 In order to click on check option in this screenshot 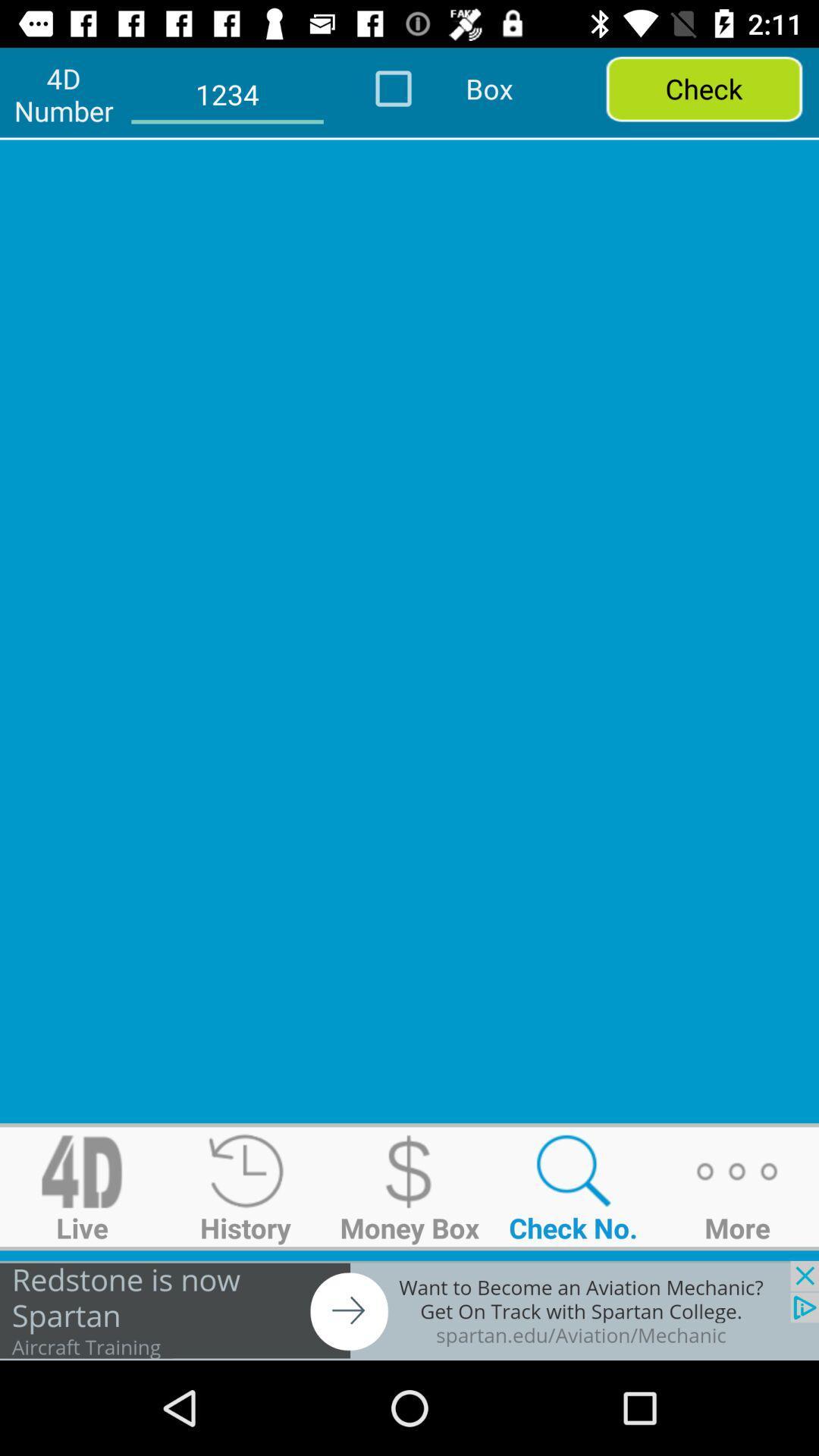, I will do `click(704, 87)`.